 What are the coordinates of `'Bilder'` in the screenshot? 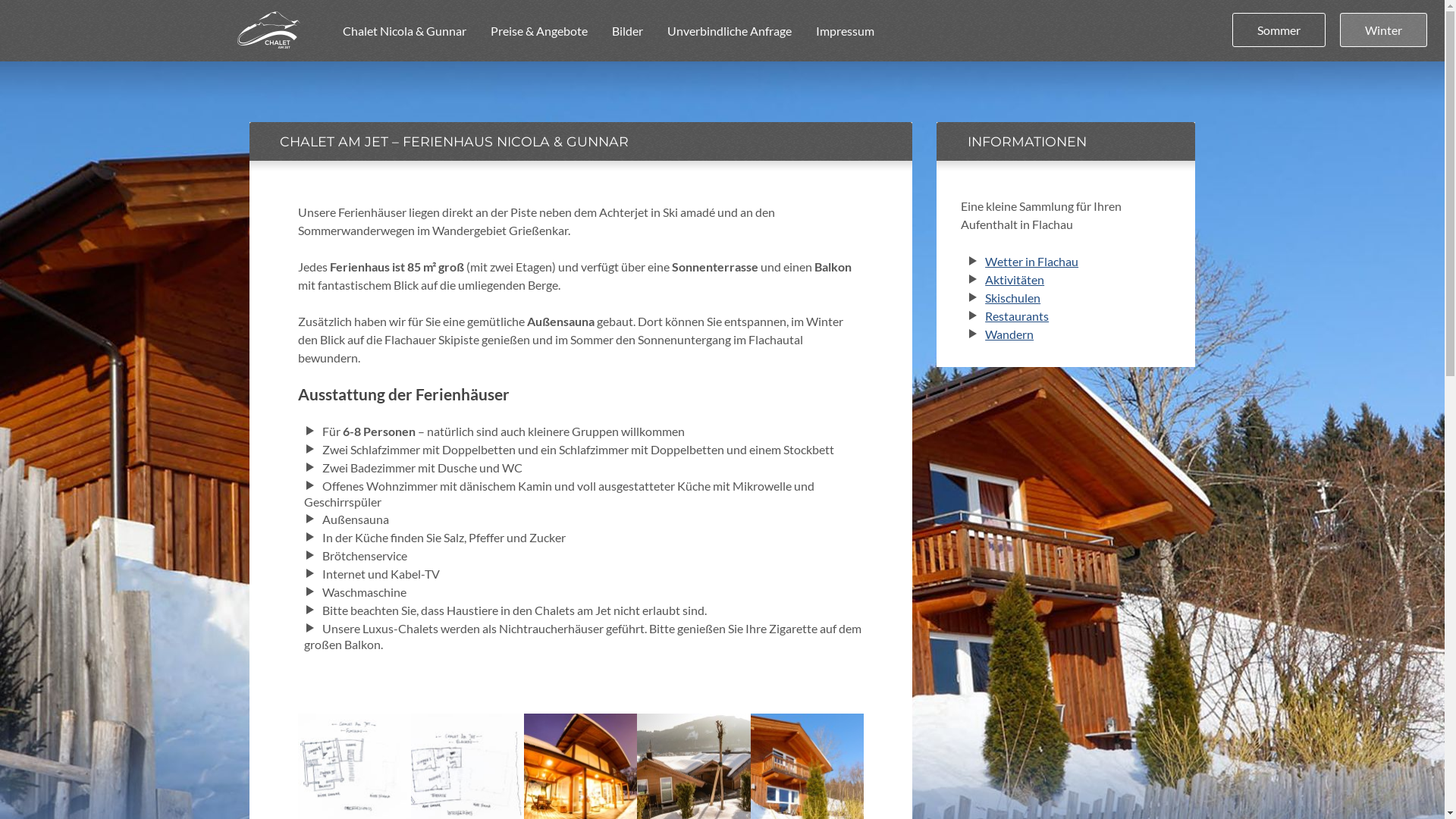 It's located at (626, 30).